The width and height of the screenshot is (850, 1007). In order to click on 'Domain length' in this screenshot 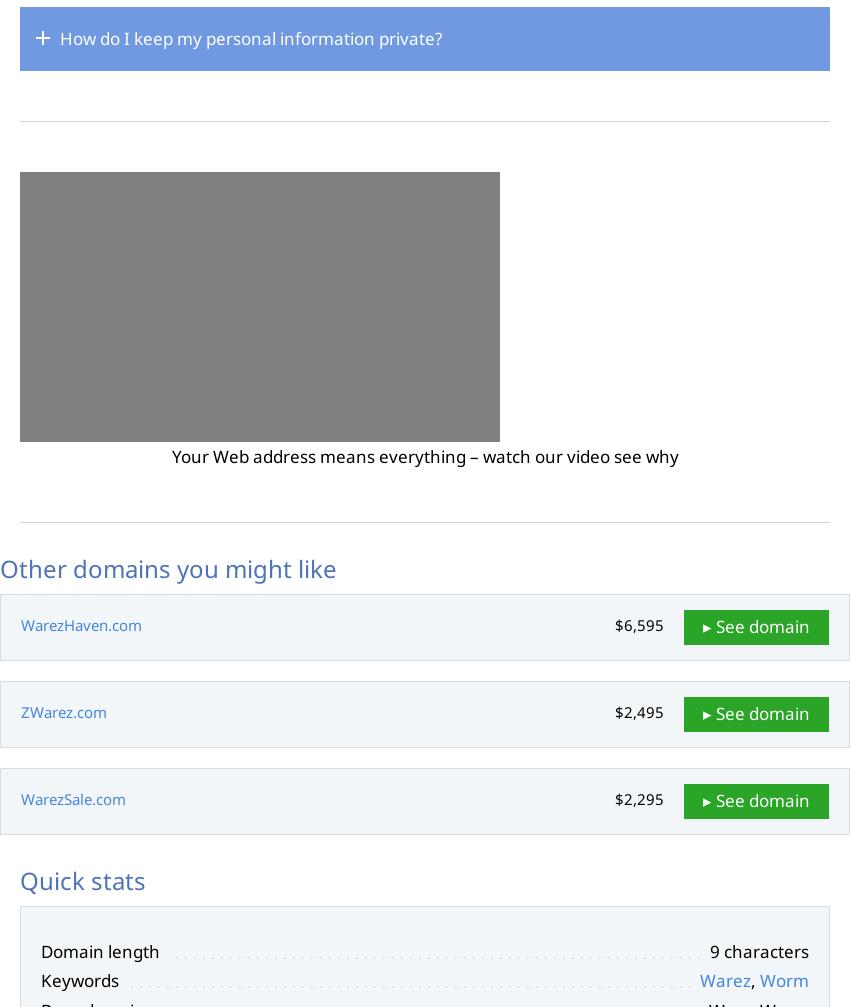, I will do `click(99, 949)`.